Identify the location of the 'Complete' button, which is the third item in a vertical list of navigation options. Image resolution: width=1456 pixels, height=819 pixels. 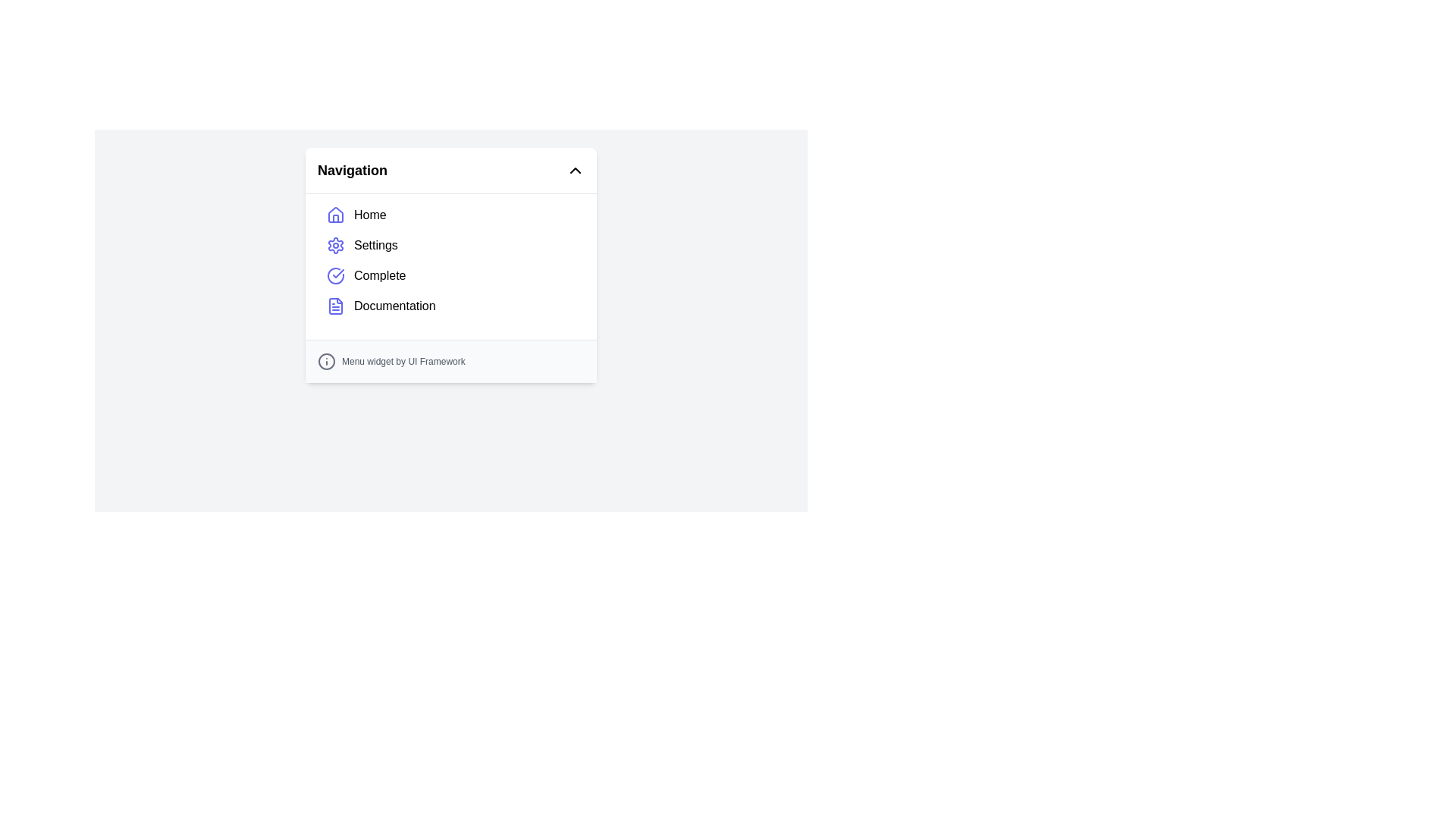
(450, 275).